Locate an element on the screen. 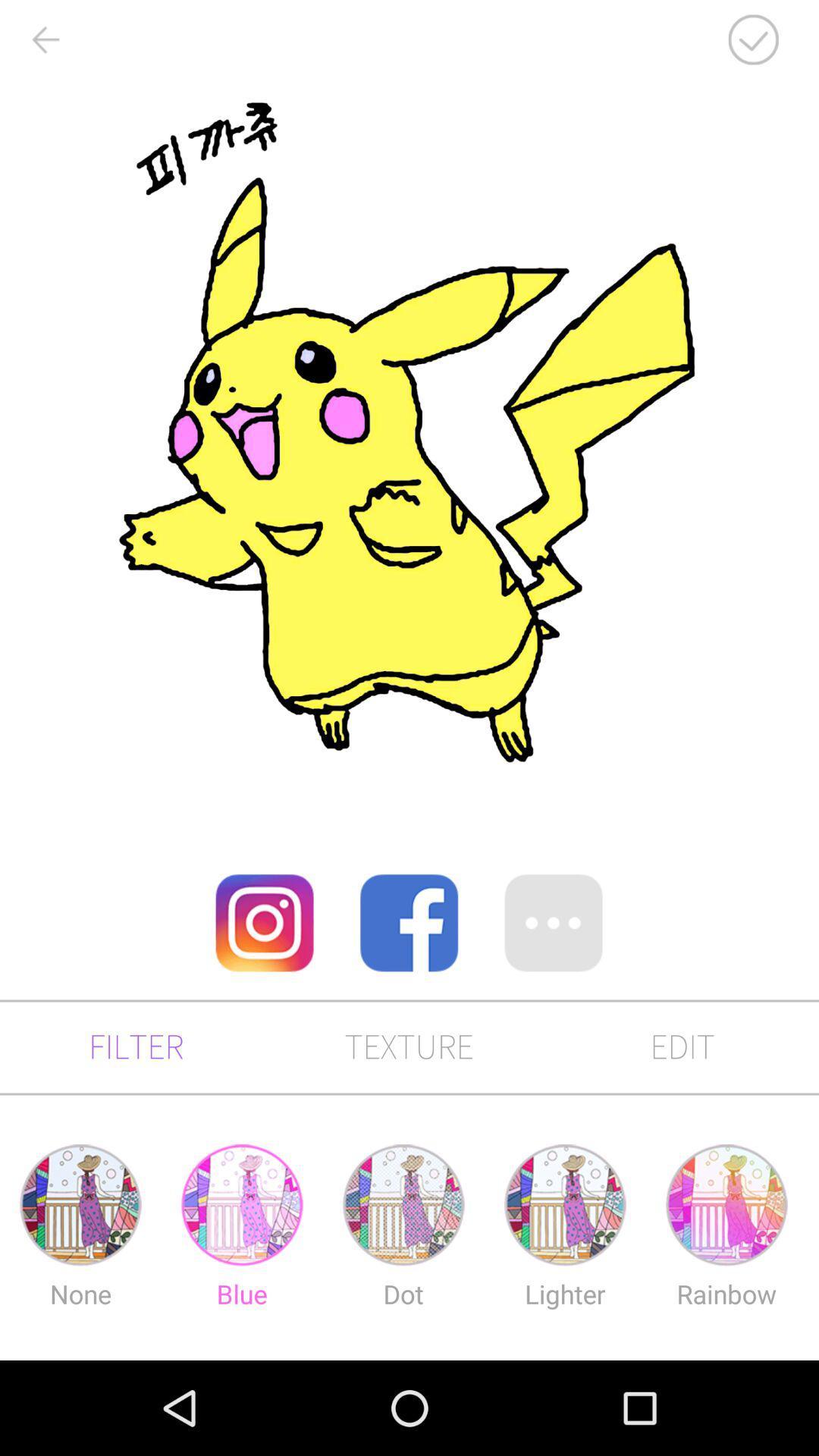 The image size is (819, 1456). the item at the top left corner is located at coordinates (44, 39).